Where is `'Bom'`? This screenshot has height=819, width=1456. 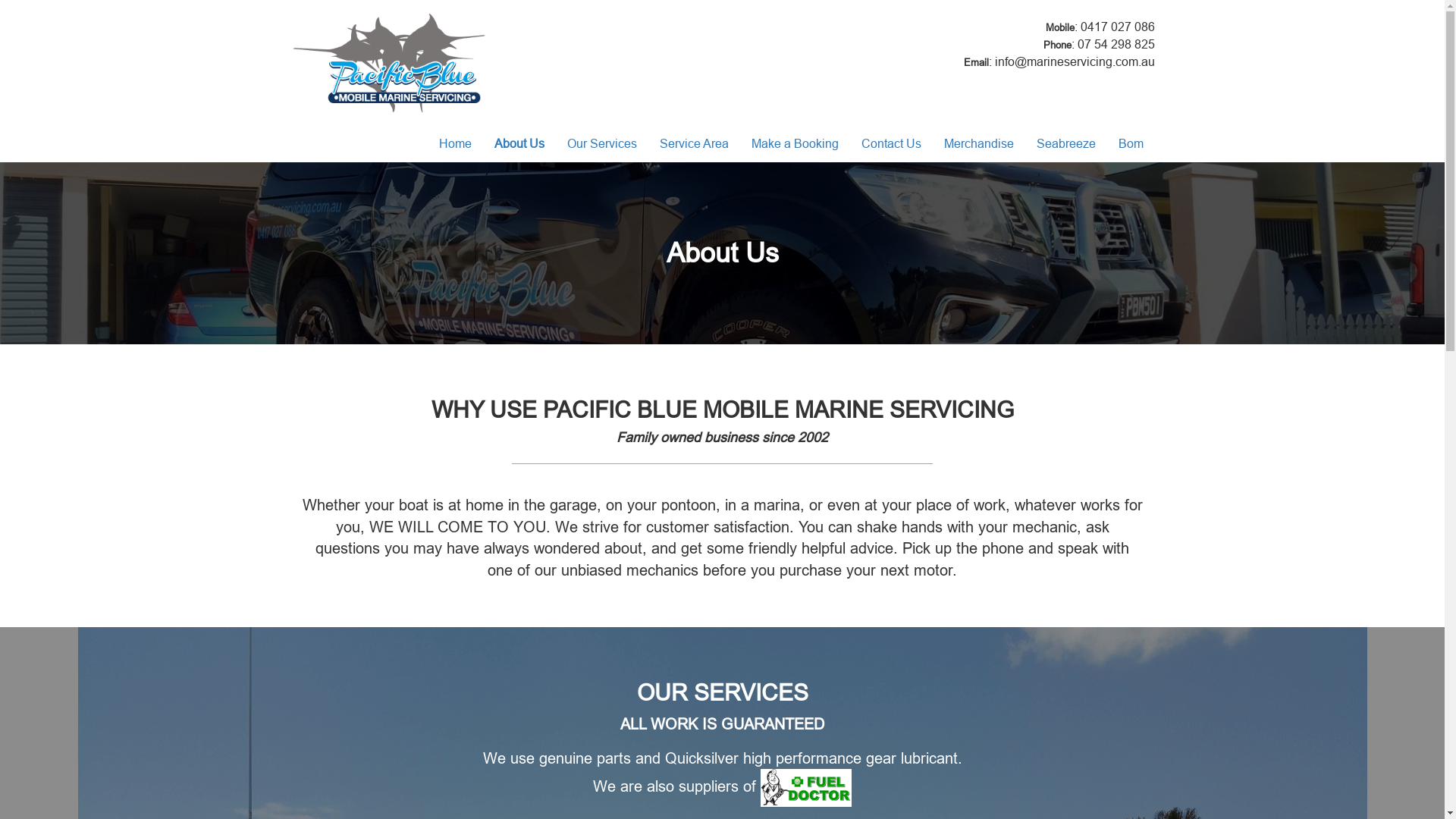
'Bom' is located at coordinates (1106, 143).